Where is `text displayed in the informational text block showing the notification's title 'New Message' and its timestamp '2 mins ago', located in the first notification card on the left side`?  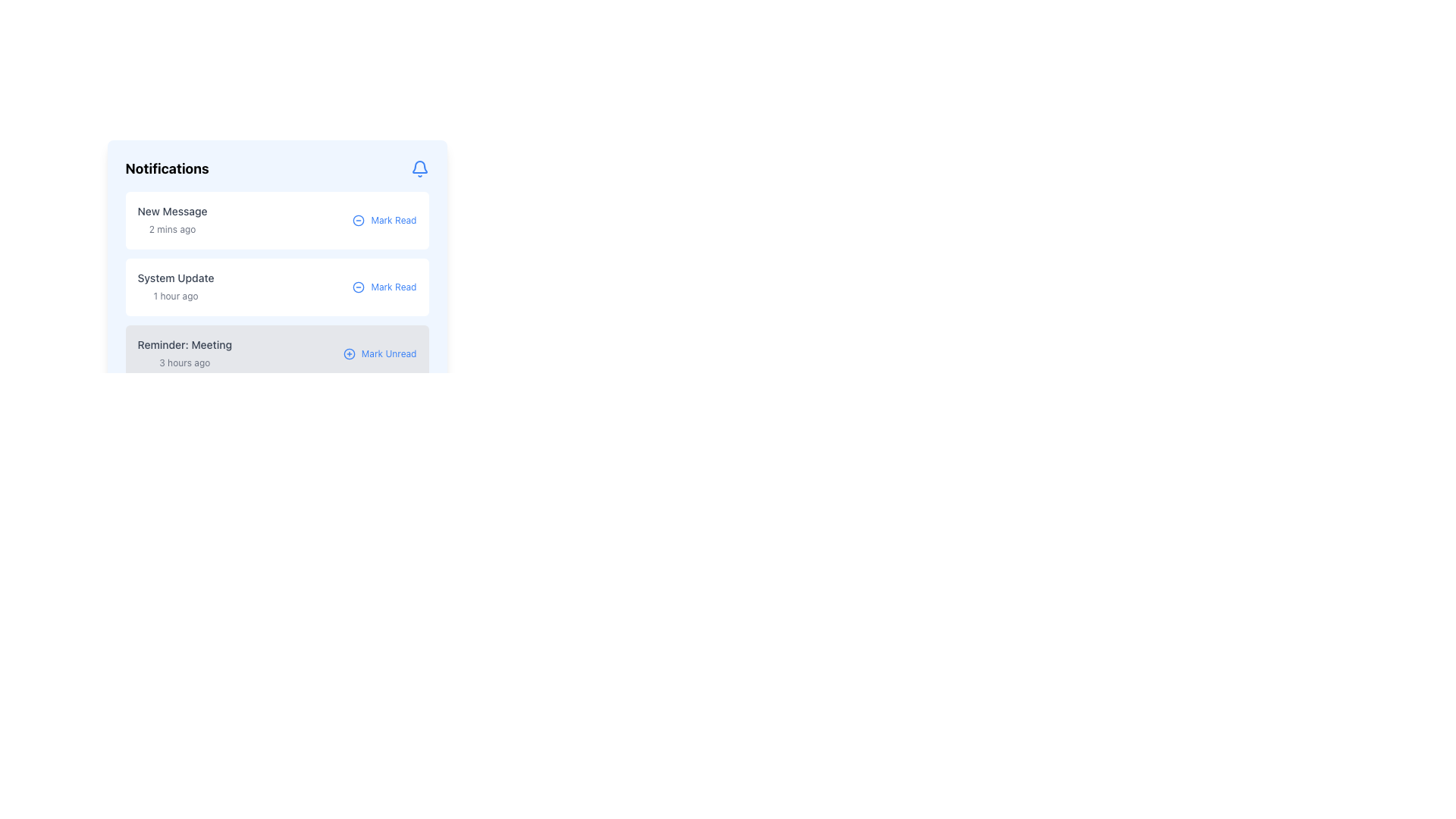
text displayed in the informational text block showing the notification's title 'New Message' and its timestamp '2 mins ago', located in the first notification card on the left side is located at coordinates (172, 220).